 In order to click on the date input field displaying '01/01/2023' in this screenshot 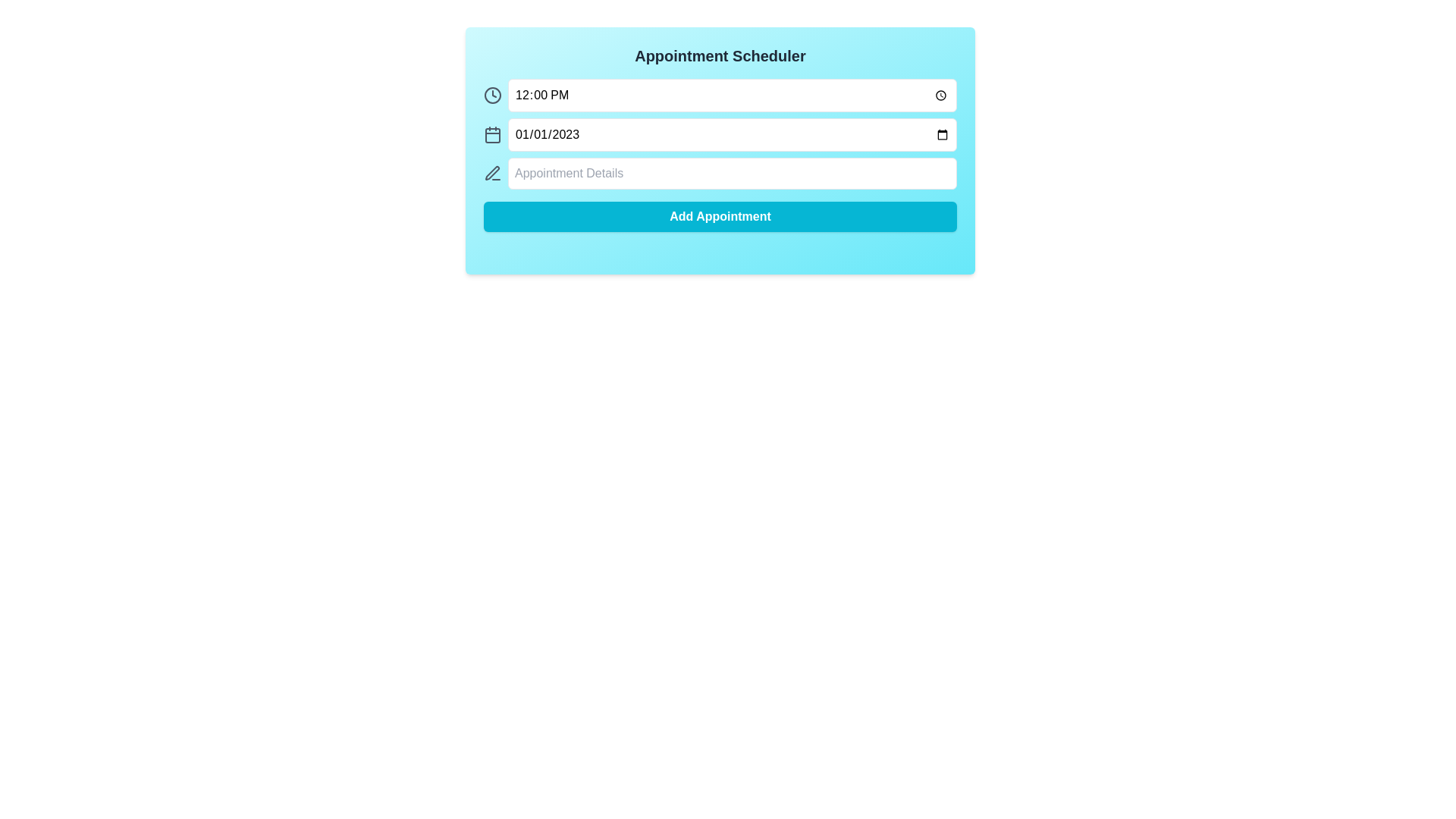, I will do `click(732, 133)`.